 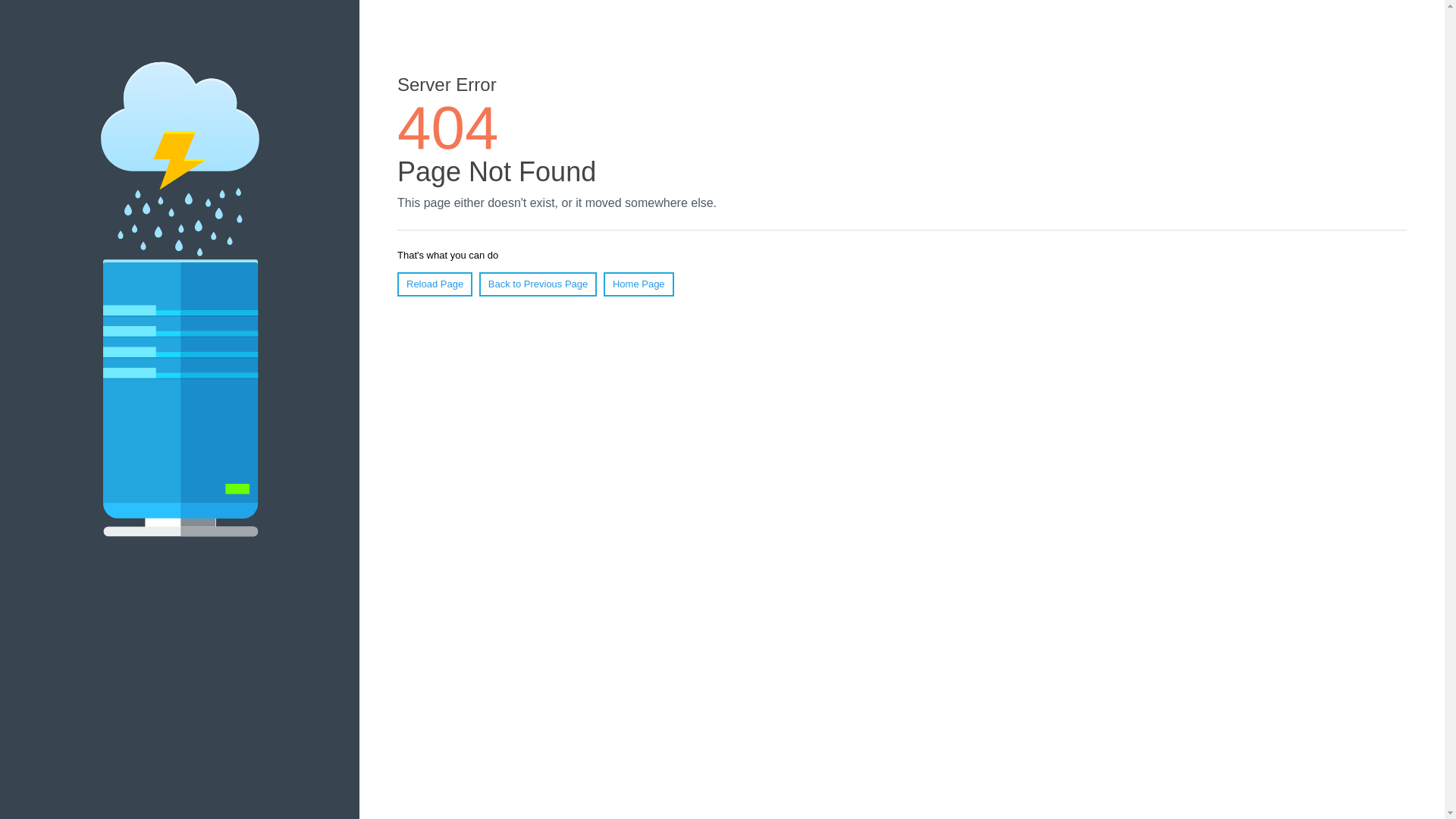 What do you see at coordinates (603, 284) in the screenshot?
I see `'Home Page'` at bounding box center [603, 284].